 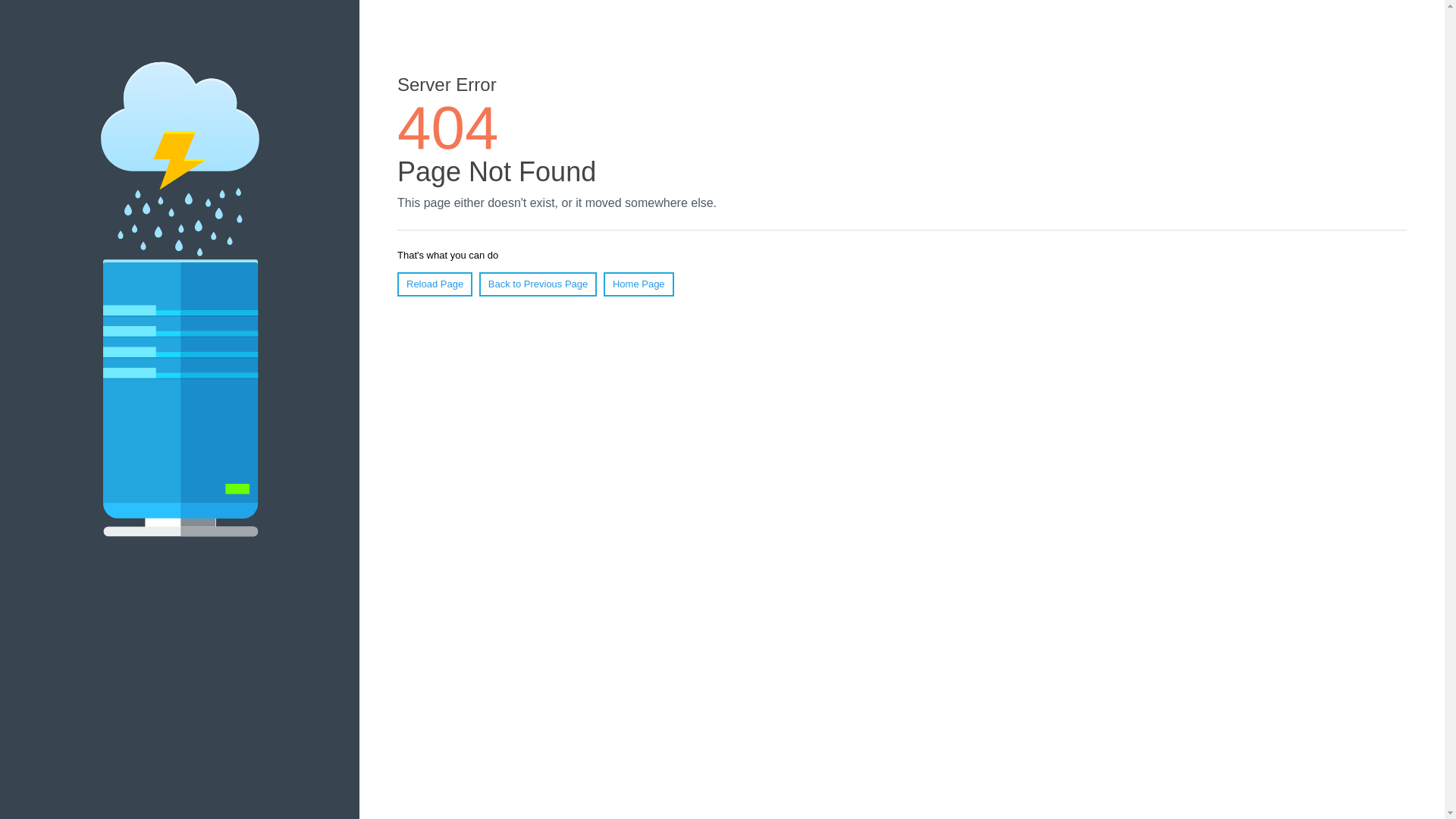 What do you see at coordinates (603, 284) in the screenshot?
I see `'Home Page'` at bounding box center [603, 284].